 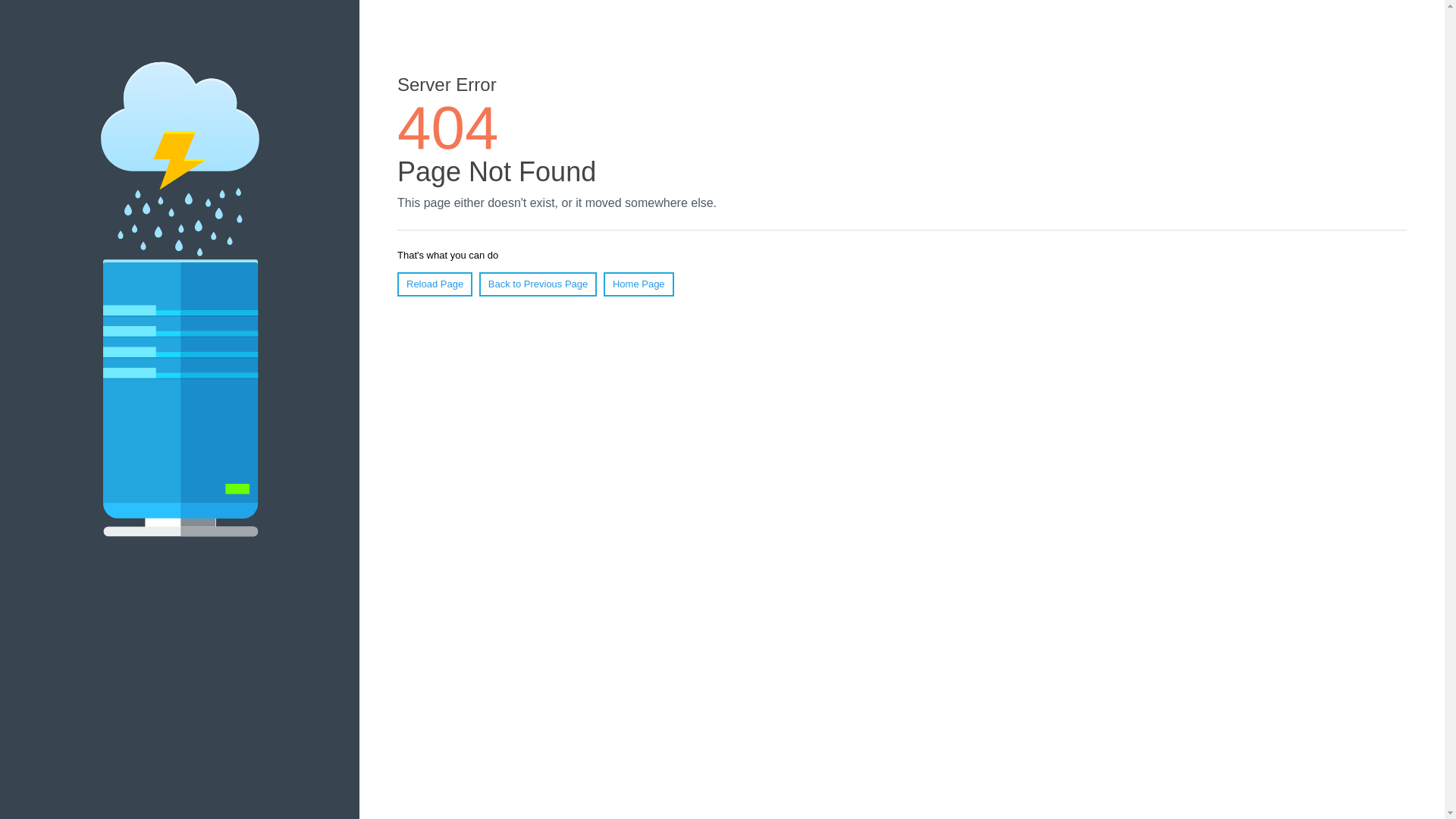 What do you see at coordinates (603, 284) in the screenshot?
I see `'Home Page'` at bounding box center [603, 284].